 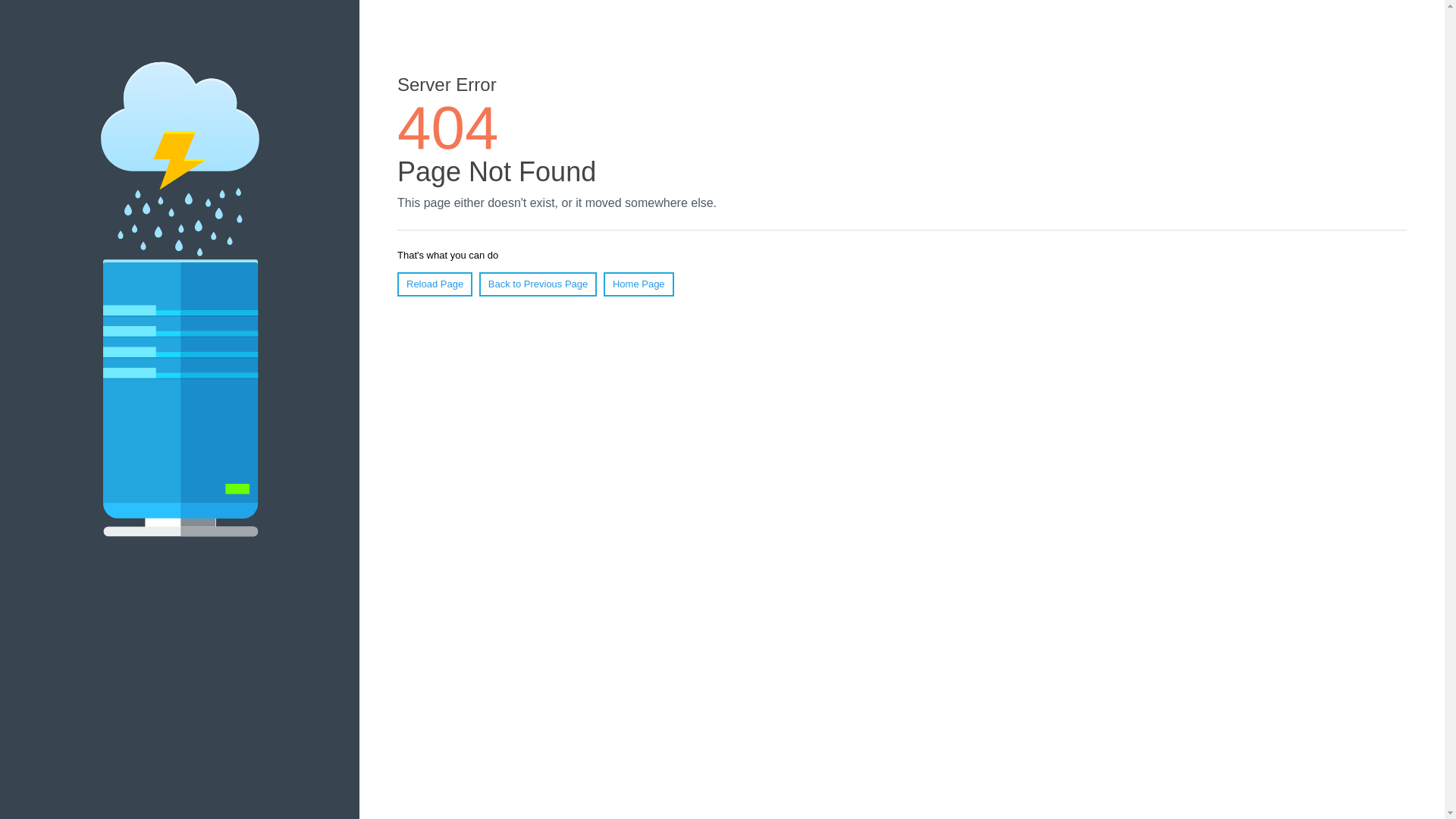 What do you see at coordinates (603, 284) in the screenshot?
I see `'Home Page'` at bounding box center [603, 284].